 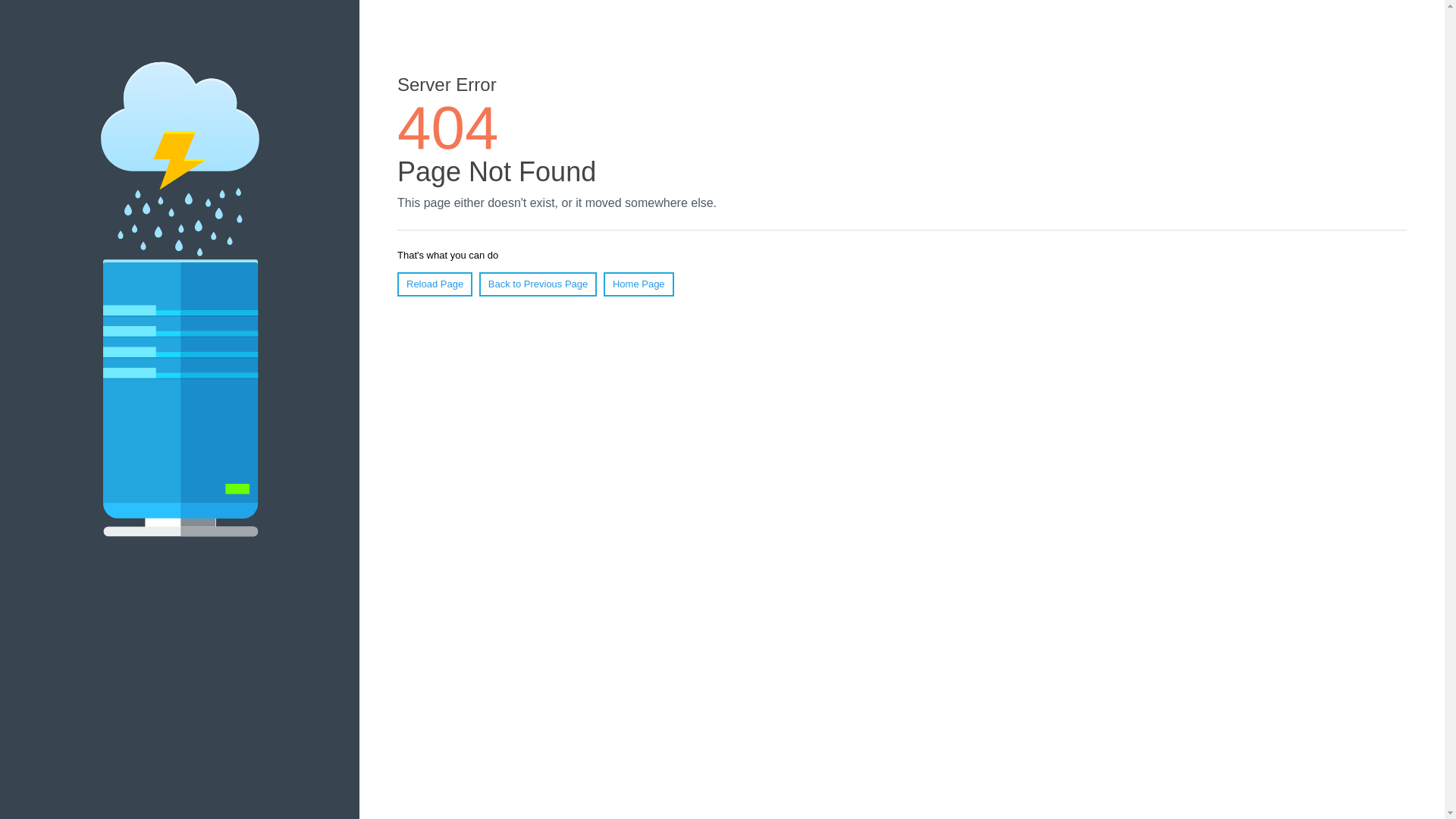 What do you see at coordinates (603, 284) in the screenshot?
I see `'Home Page'` at bounding box center [603, 284].